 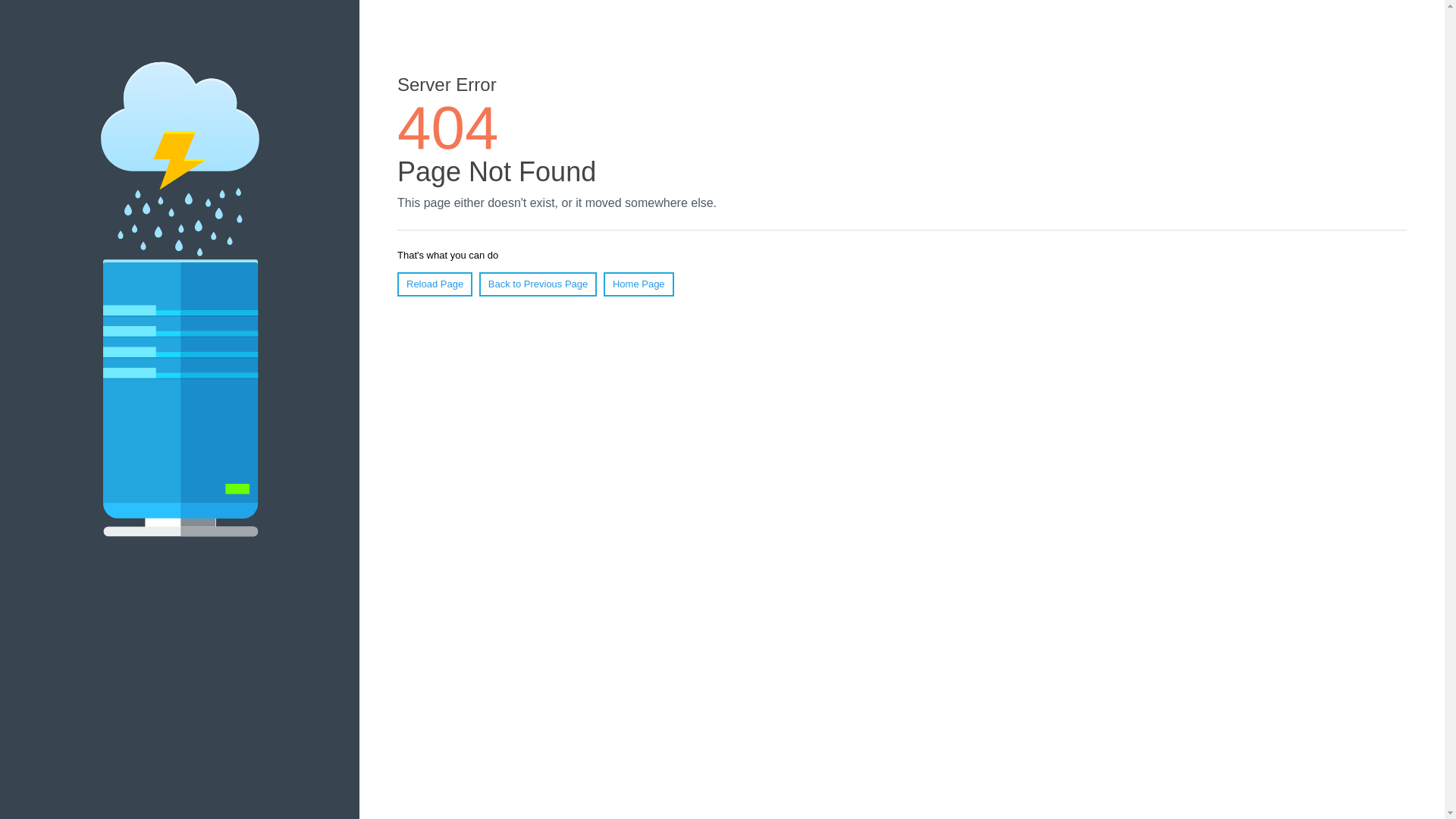 What do you see at coordinates (603, 284) in the screenshot?
I see `'Home Page'` at bounding box center [603, 284].